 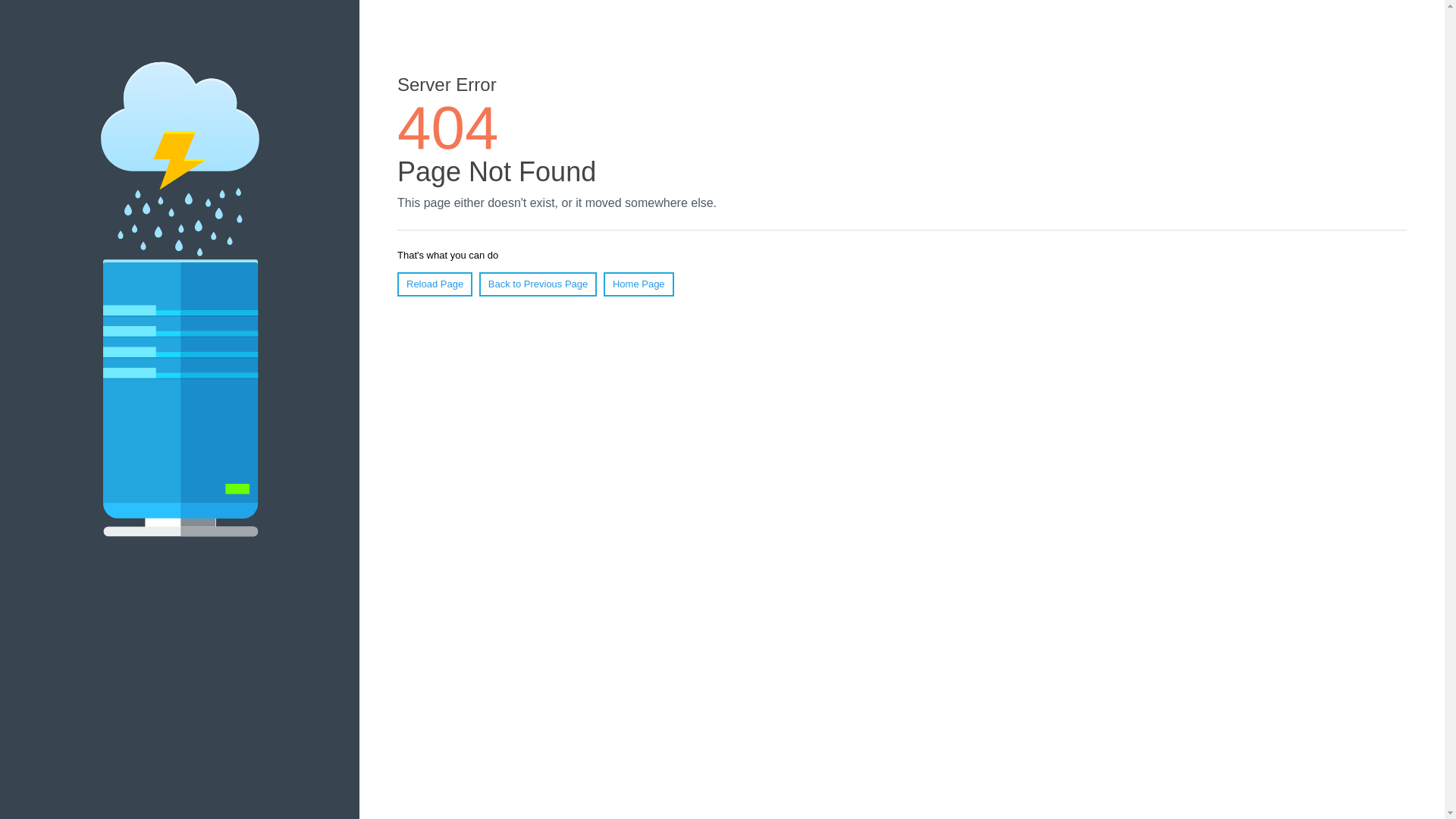 What do you see at coordinates (603, 284) in the screenshot?
I see `'Home Page'` at bounding box center [603, 284].